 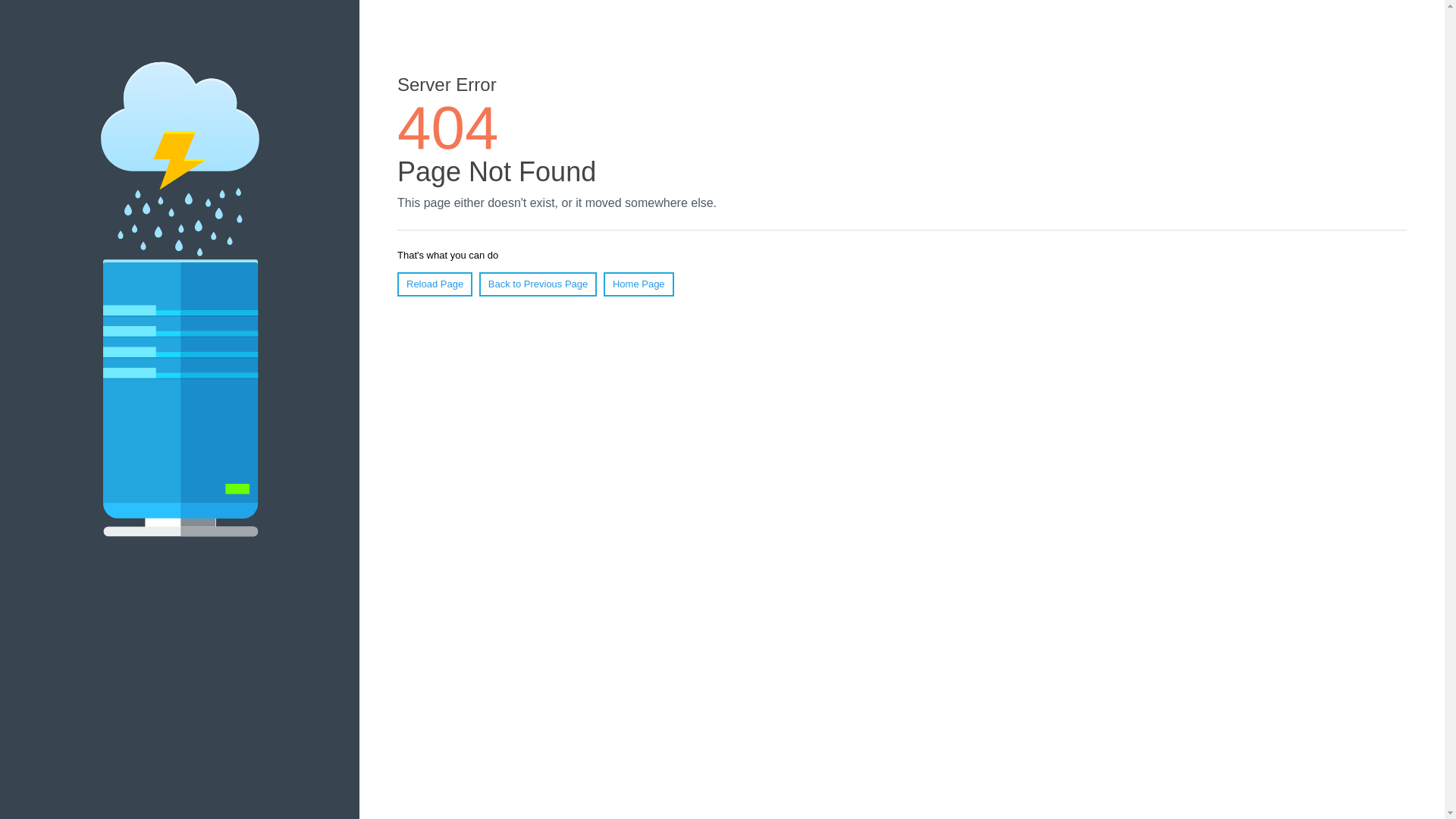 What do you see at coordinates (603, 284) in the screenshot?
I see `'Home Page'` at bounding box center [603, 284].